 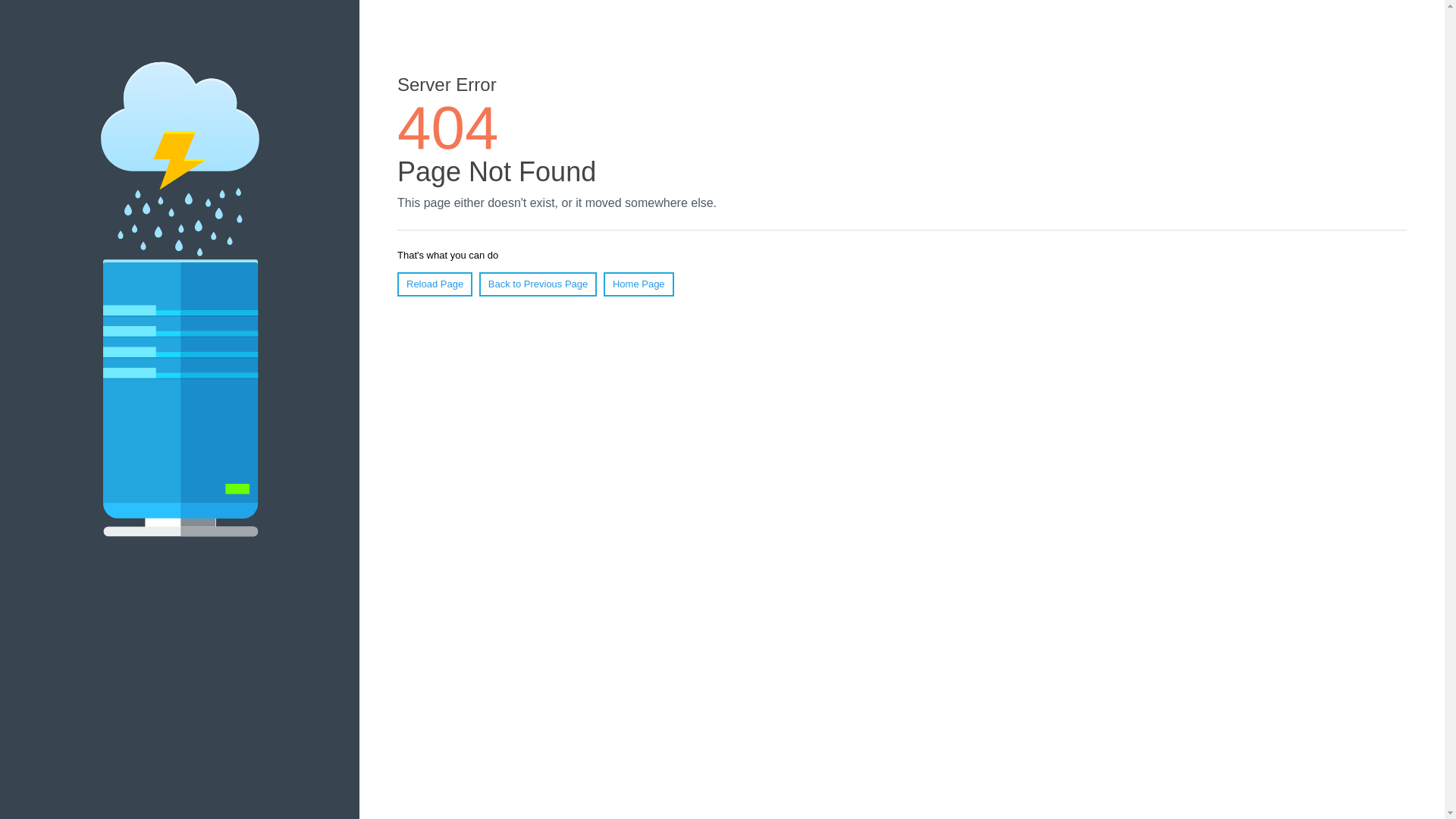 What do you see at coordinates (603, 284) in the screenshot?
I see `'Home Page'` at bounding box center [603, 284].